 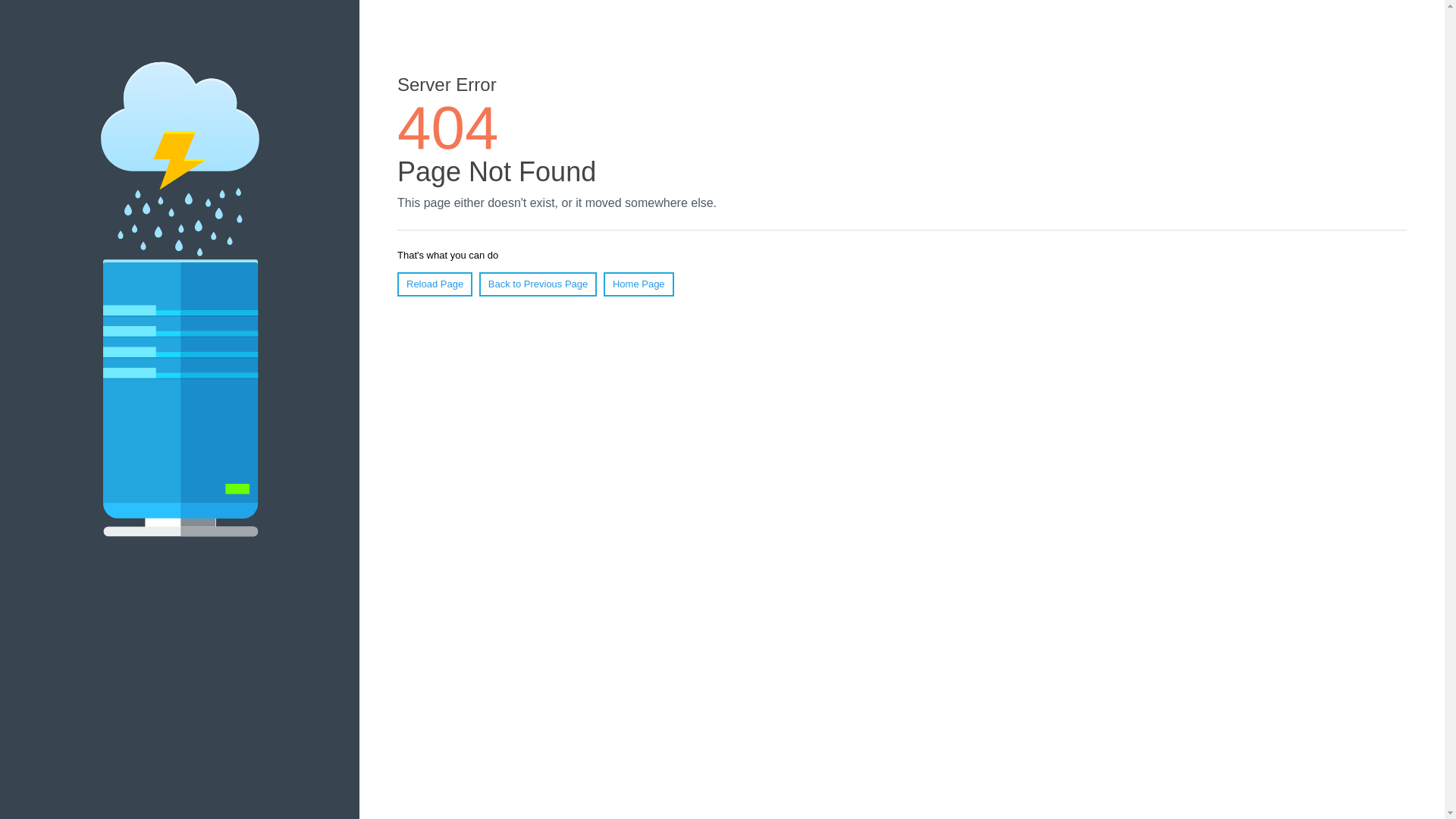 What do you see at coordinates (603, 284) in the screenshot?
I see `'Home Page'` at bounding box center [603, 284].